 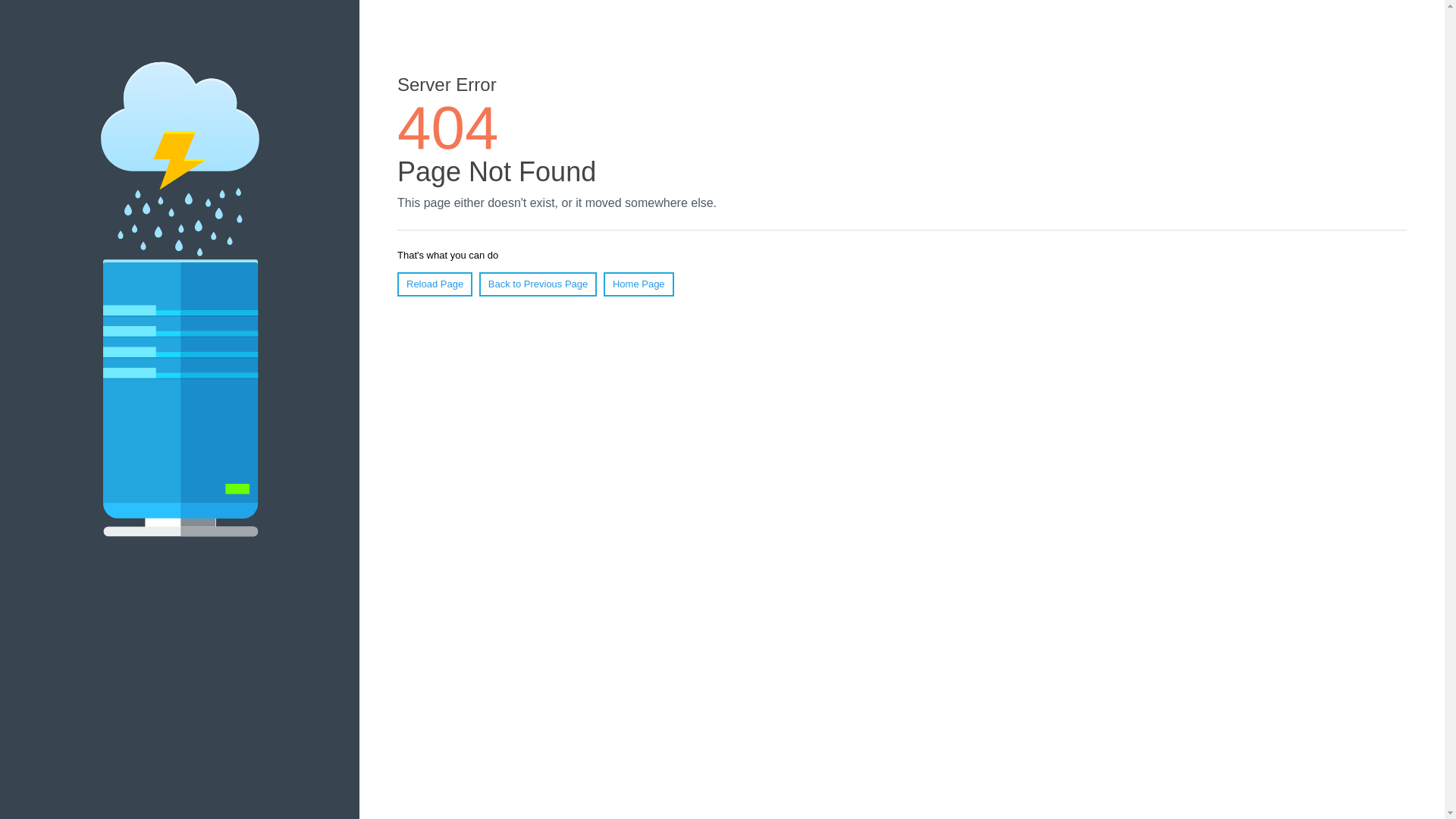 What do you see at coordinates (603, 284) in the screenshot?
I see `'Home Page'` at bounding box center [603, 284].